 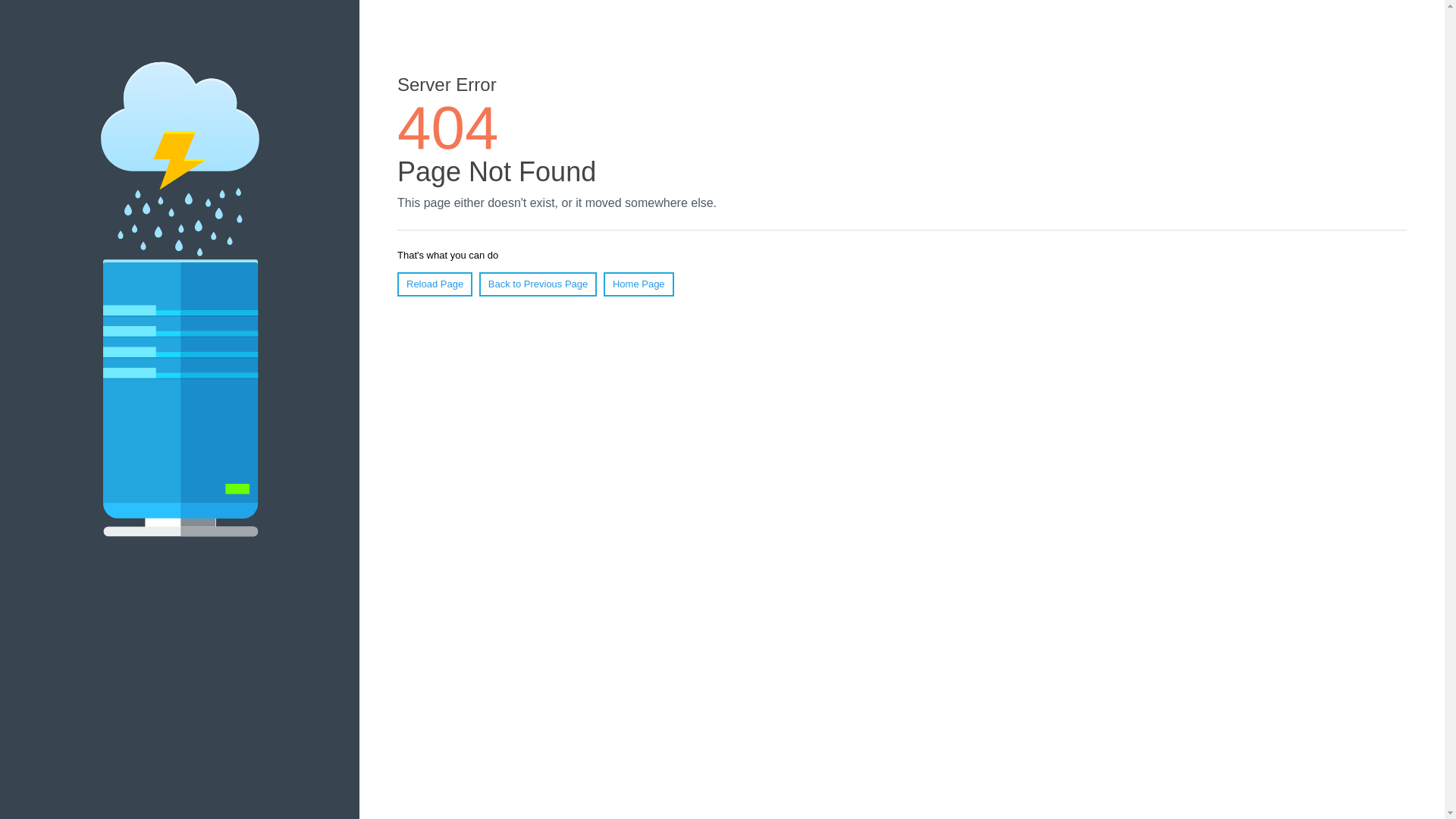 What do you see at coordinates (603, 284) in the screenshot?
I see `'Home Page'` at bounding box center [603, 284].